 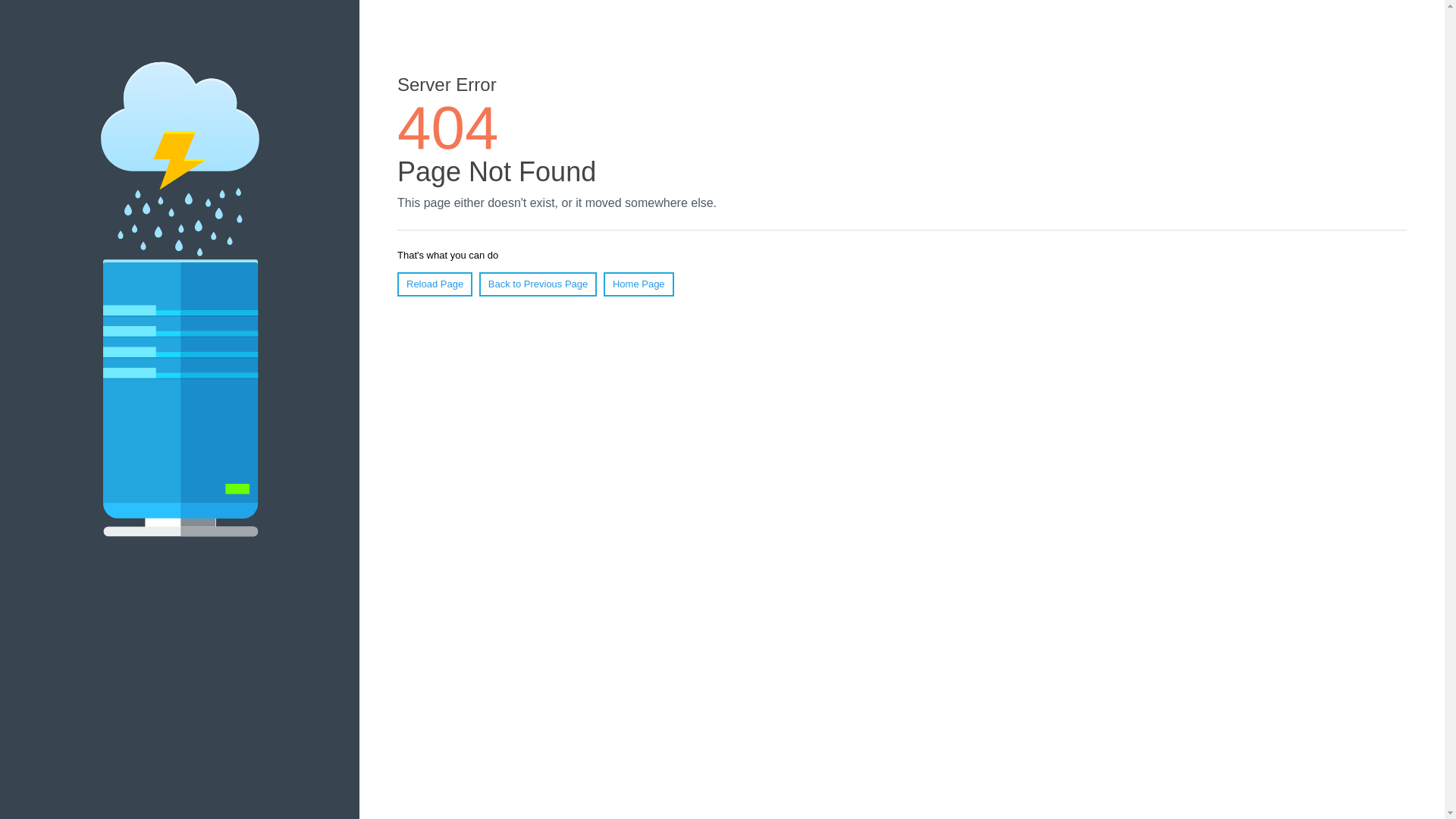 What do you see at coordinates (603, 284) in the screenshot?
I see `'Home Page'` at bounding box center [603, 284].